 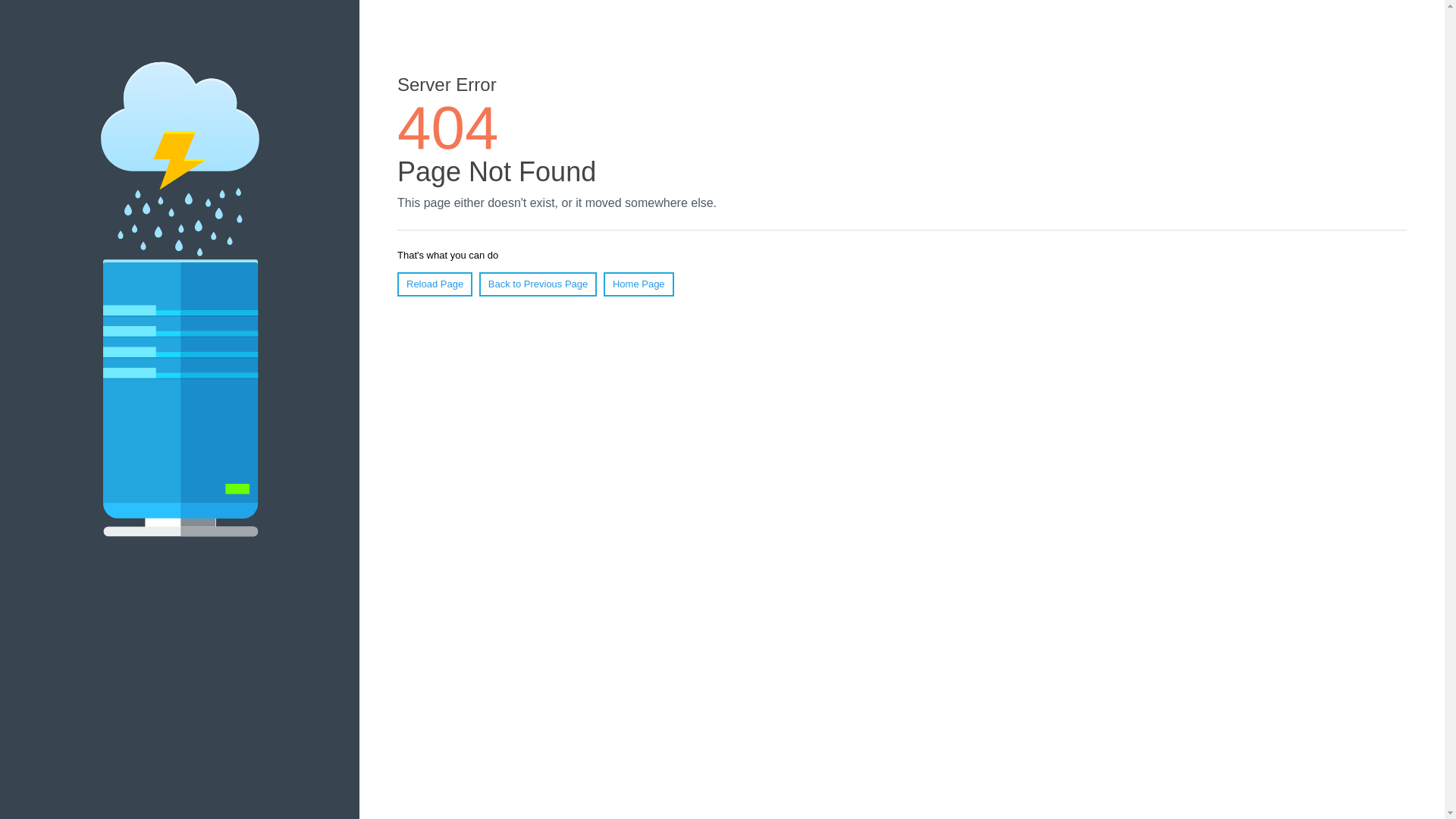 What do you see at coordinates (603, 284) in the screenshot?
I see `'Home Page'` at bounding box center [603, 284].